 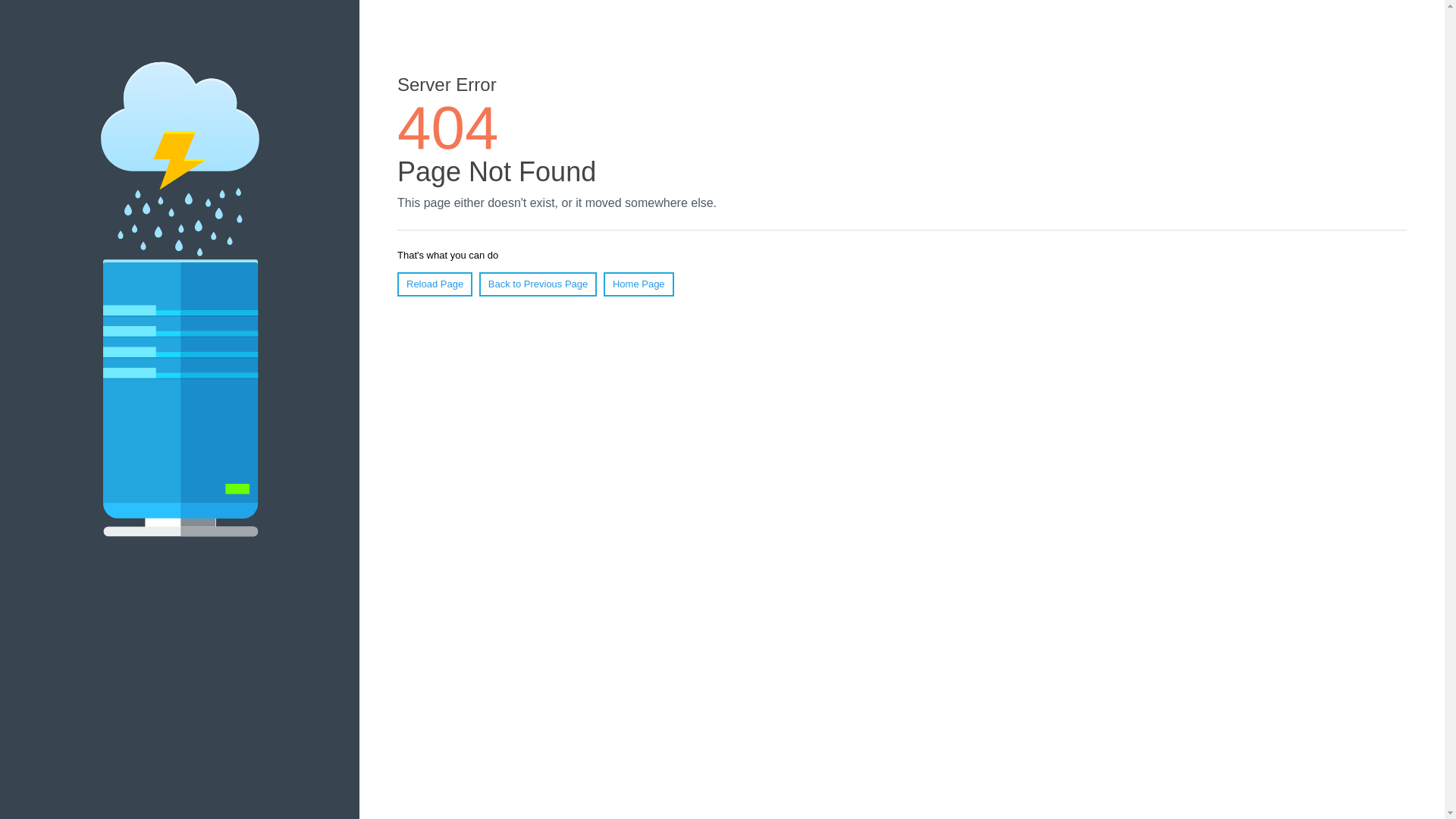 What do you see at coordinates (603, 284) in the screenshot?
I see `'Home Page'` at bounding box center [603, 284].